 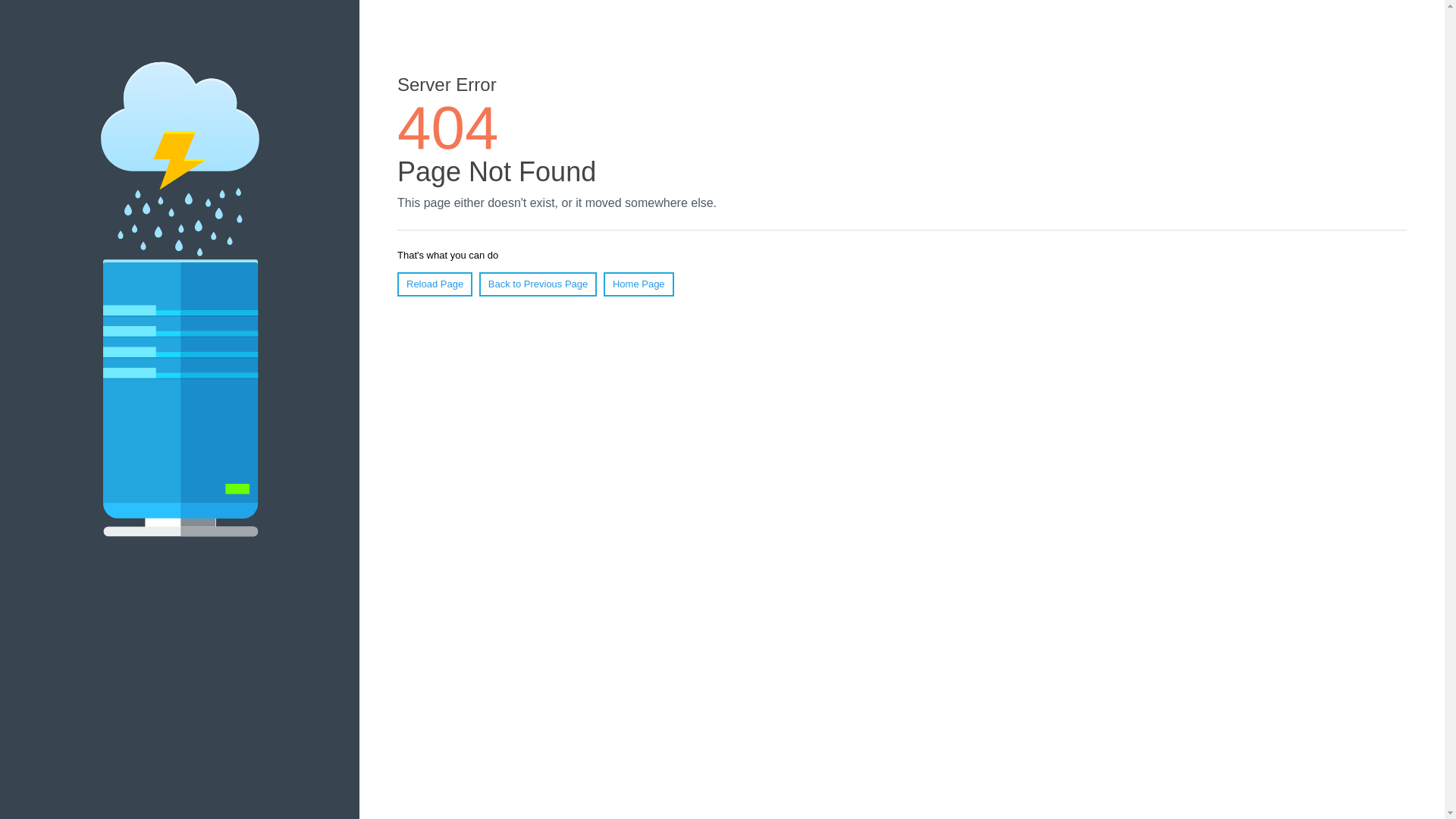 What do you see at coordinates (603, 284) in the screenshot?
I see `'Home Page'` at bounding box center [603, 284].